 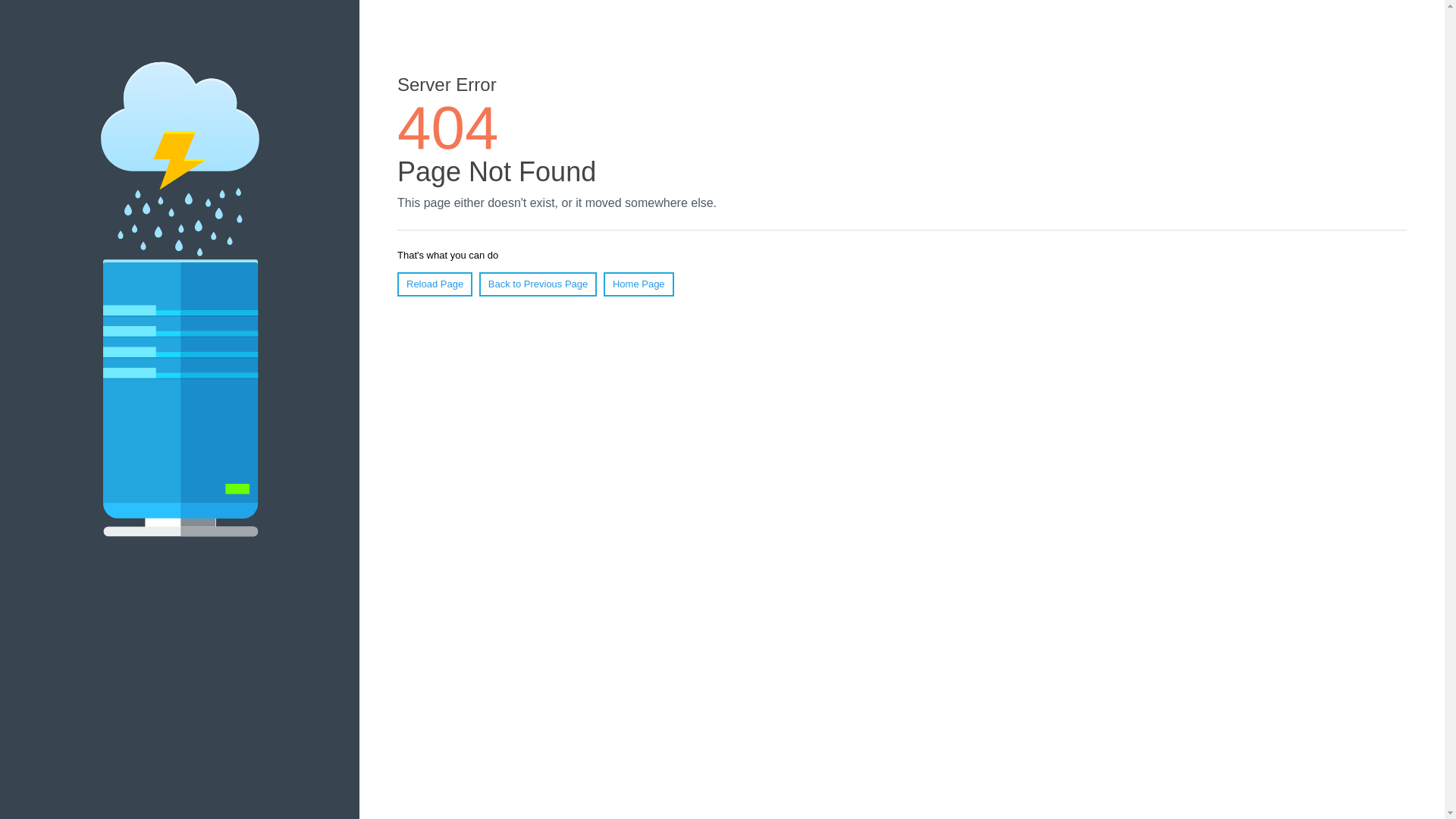 What do you see at coordinates (603, 284) in the screenshot?
I see `'Home Page'` at bounding box center [603, 284].